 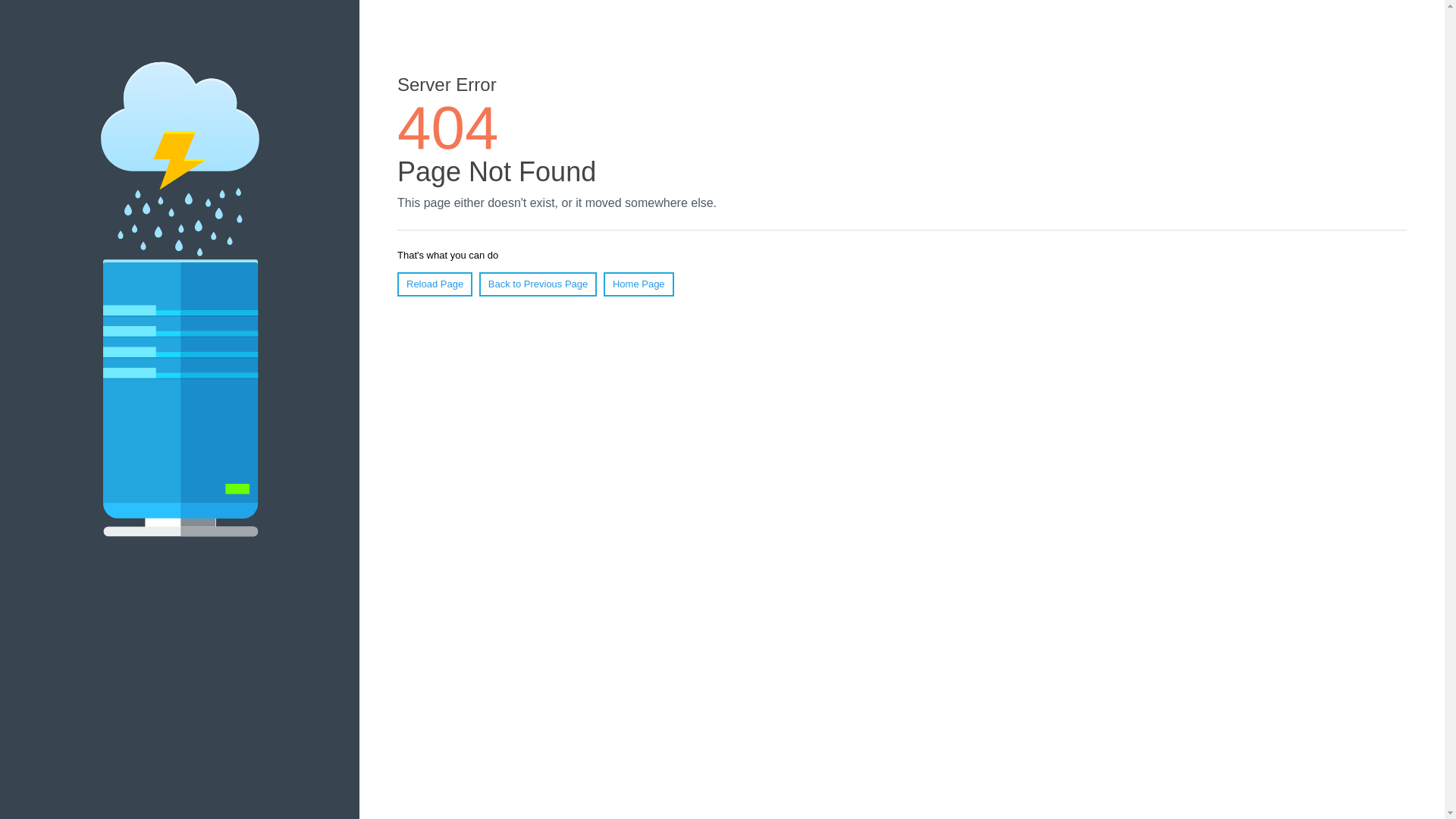 What do you see at coordinates (603, 284) in the screenshot?
I see `'Home Page'` at bounding box center [603, 284].